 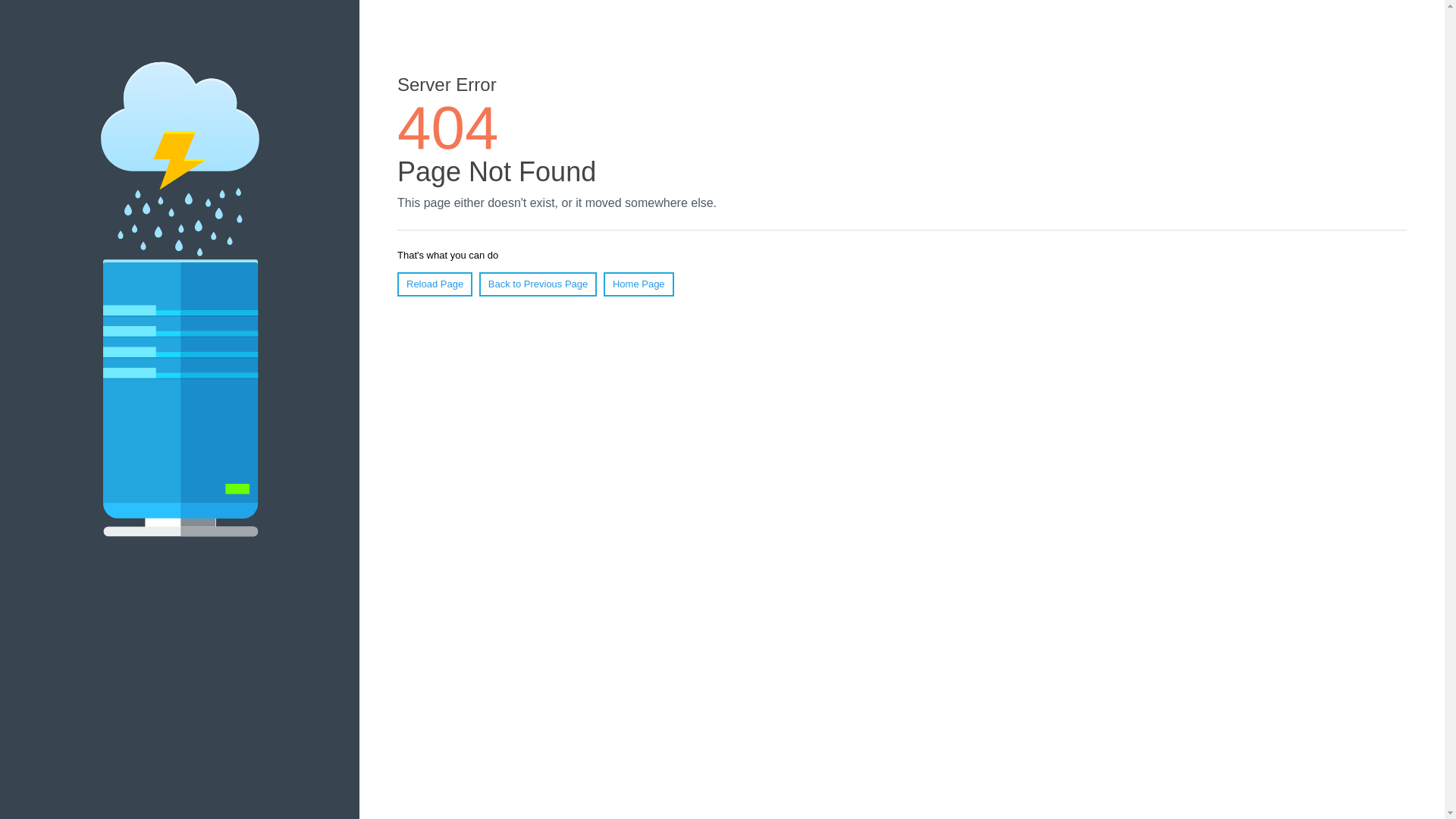 What do you see at coordinates (603, 284) in the screenshot?
I see `'Home Page'` at bounding box center [603, 284].